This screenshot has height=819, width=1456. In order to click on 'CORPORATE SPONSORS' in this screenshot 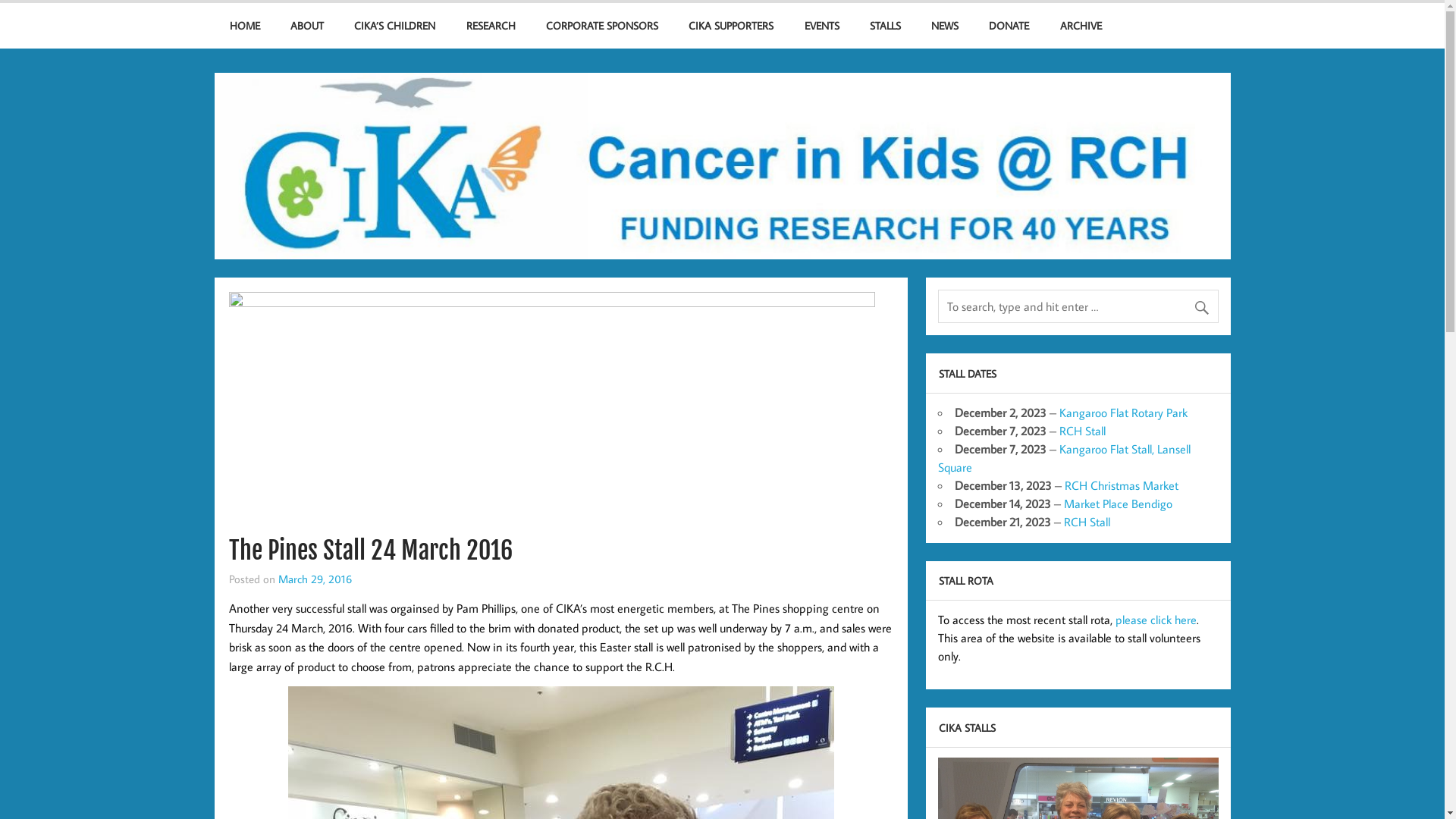, I will do `click(601, 26)`.